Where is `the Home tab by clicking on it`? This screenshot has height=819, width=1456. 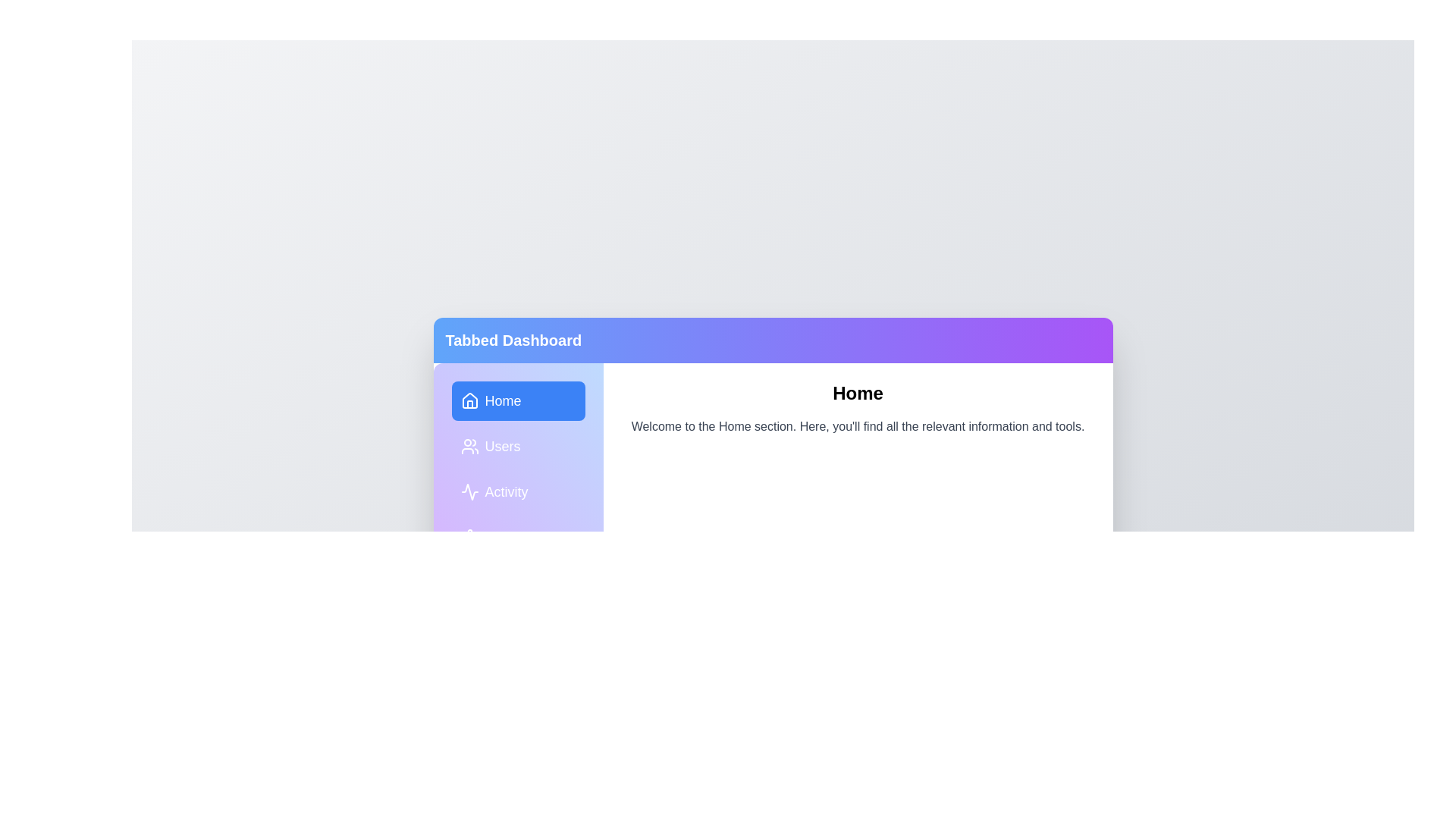 the Home tab by clicking on it is located at coordinates (518, 400).